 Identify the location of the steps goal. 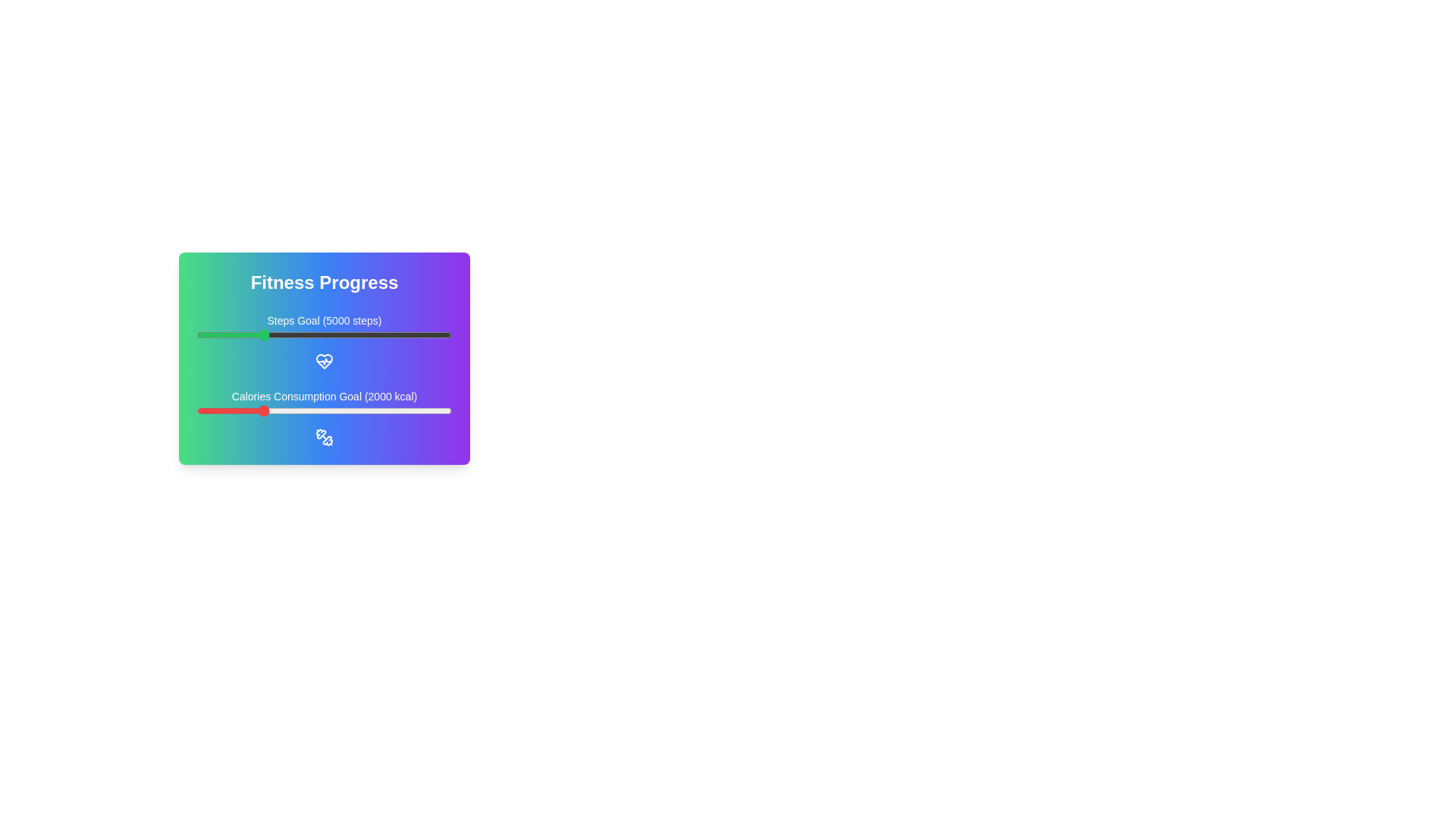
(395, 334).